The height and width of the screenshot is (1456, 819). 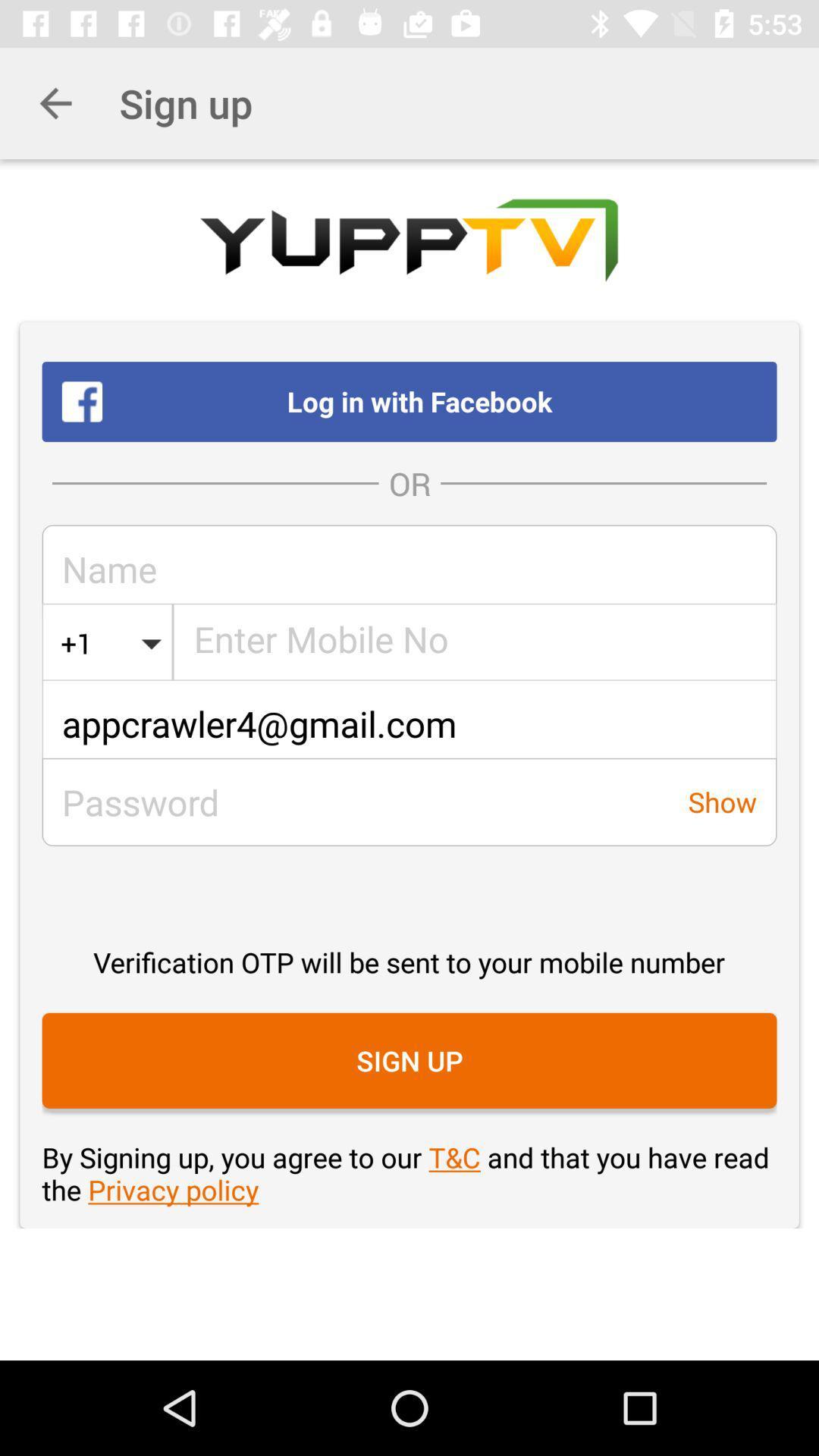 What do you see at coordinates (475, 643) in the screenshot?
I see `phone number` at bounding box center [475, 643].